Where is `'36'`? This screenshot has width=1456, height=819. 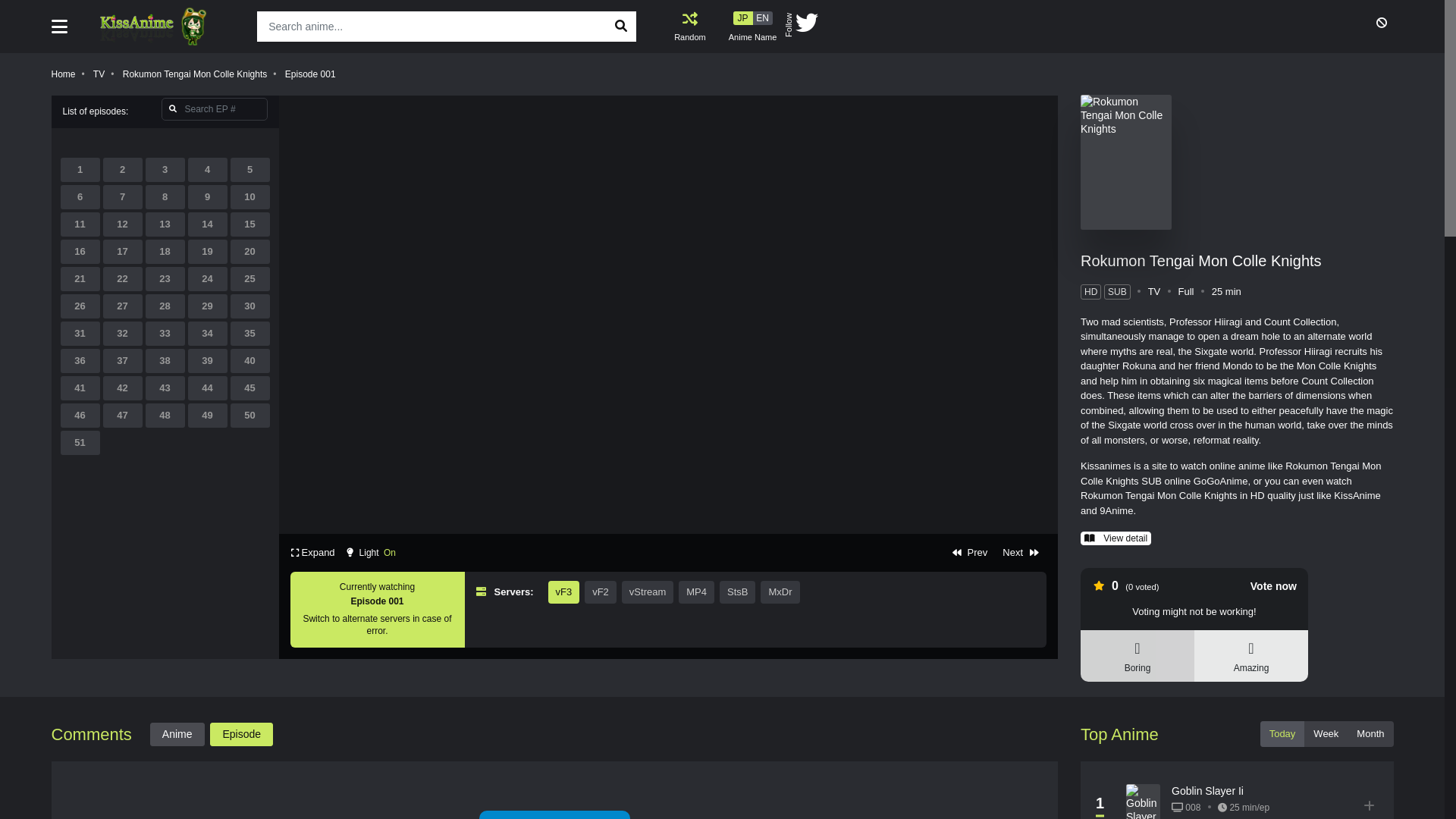
'36' is located at coordinates (79, 360).